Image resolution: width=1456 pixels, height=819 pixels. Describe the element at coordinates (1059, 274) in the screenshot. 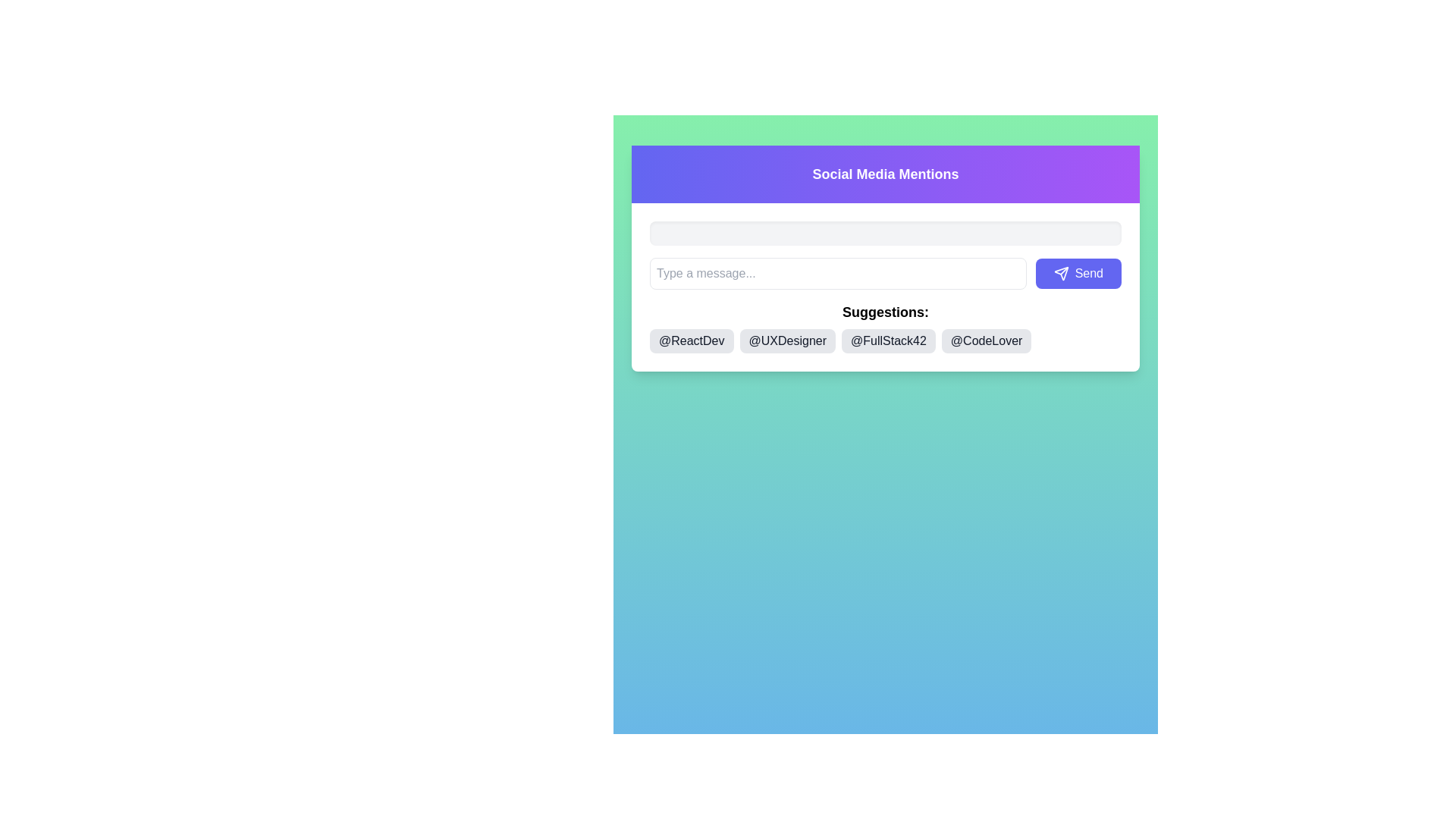

I see `the 'Send' icon located at the far-right side of the text input field` at that location.